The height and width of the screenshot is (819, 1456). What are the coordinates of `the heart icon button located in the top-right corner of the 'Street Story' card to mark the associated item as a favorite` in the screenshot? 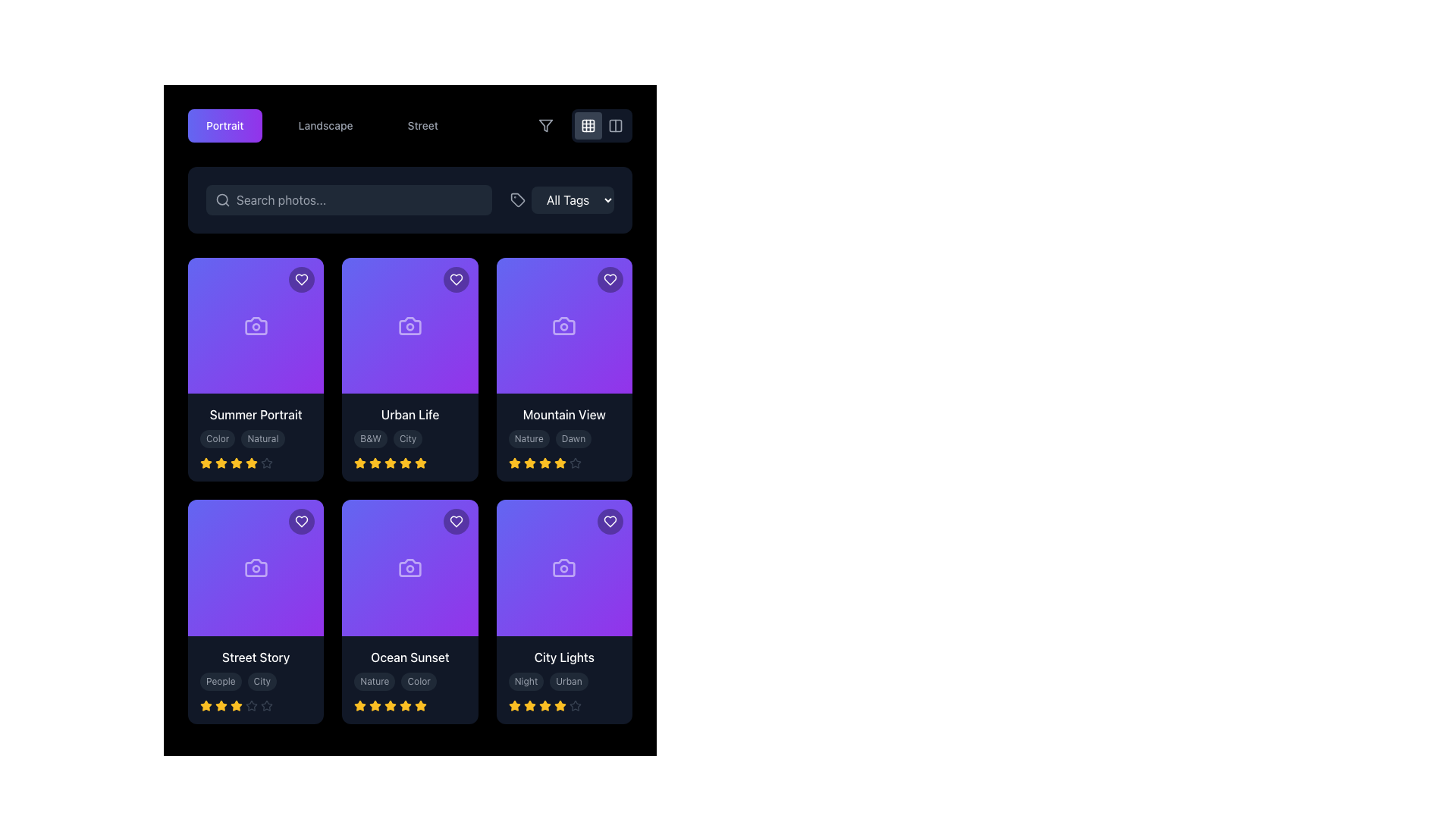 It's located at (302, 521).